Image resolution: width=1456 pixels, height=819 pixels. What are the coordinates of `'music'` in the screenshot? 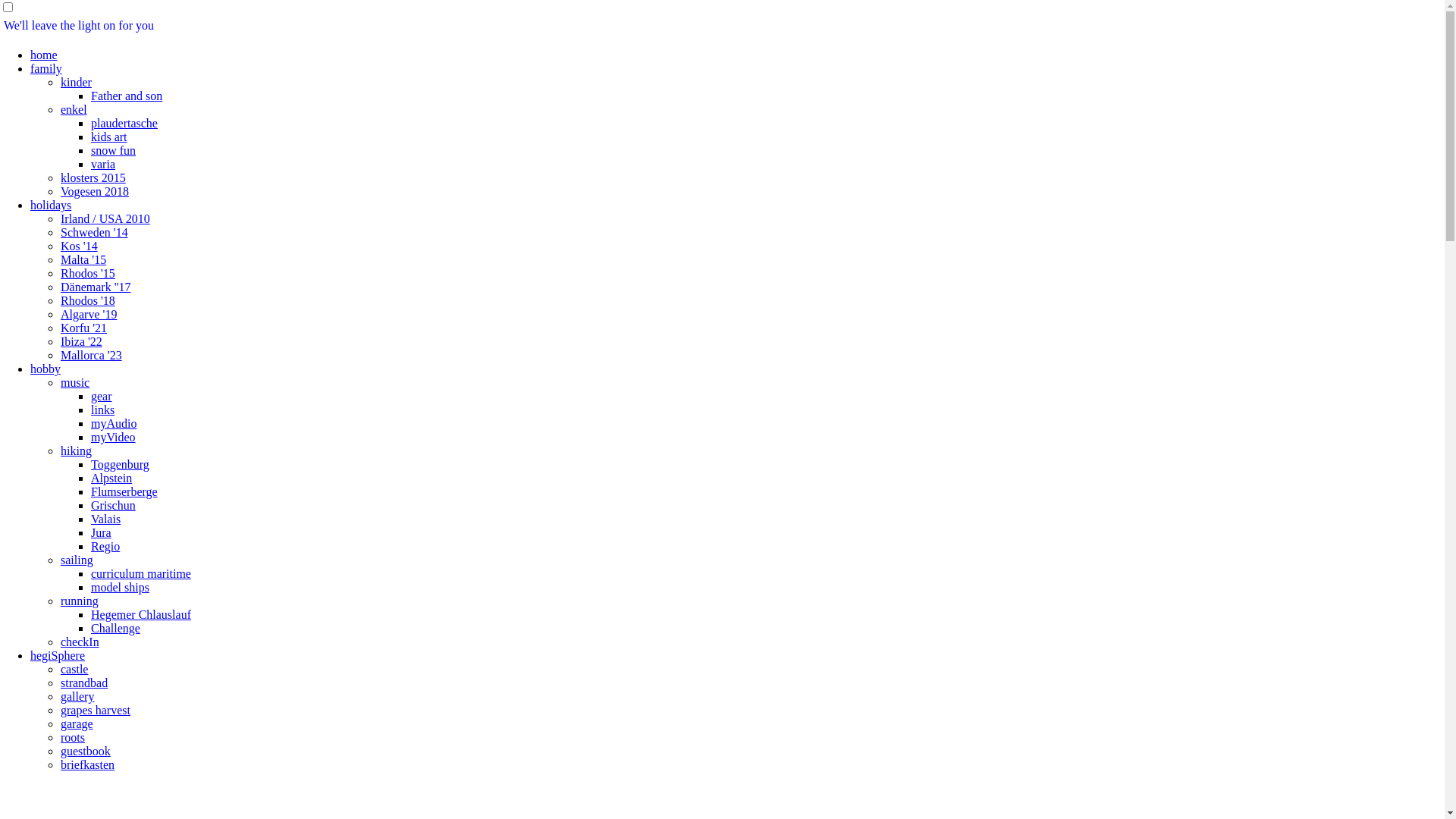 It's located at (74, 381).